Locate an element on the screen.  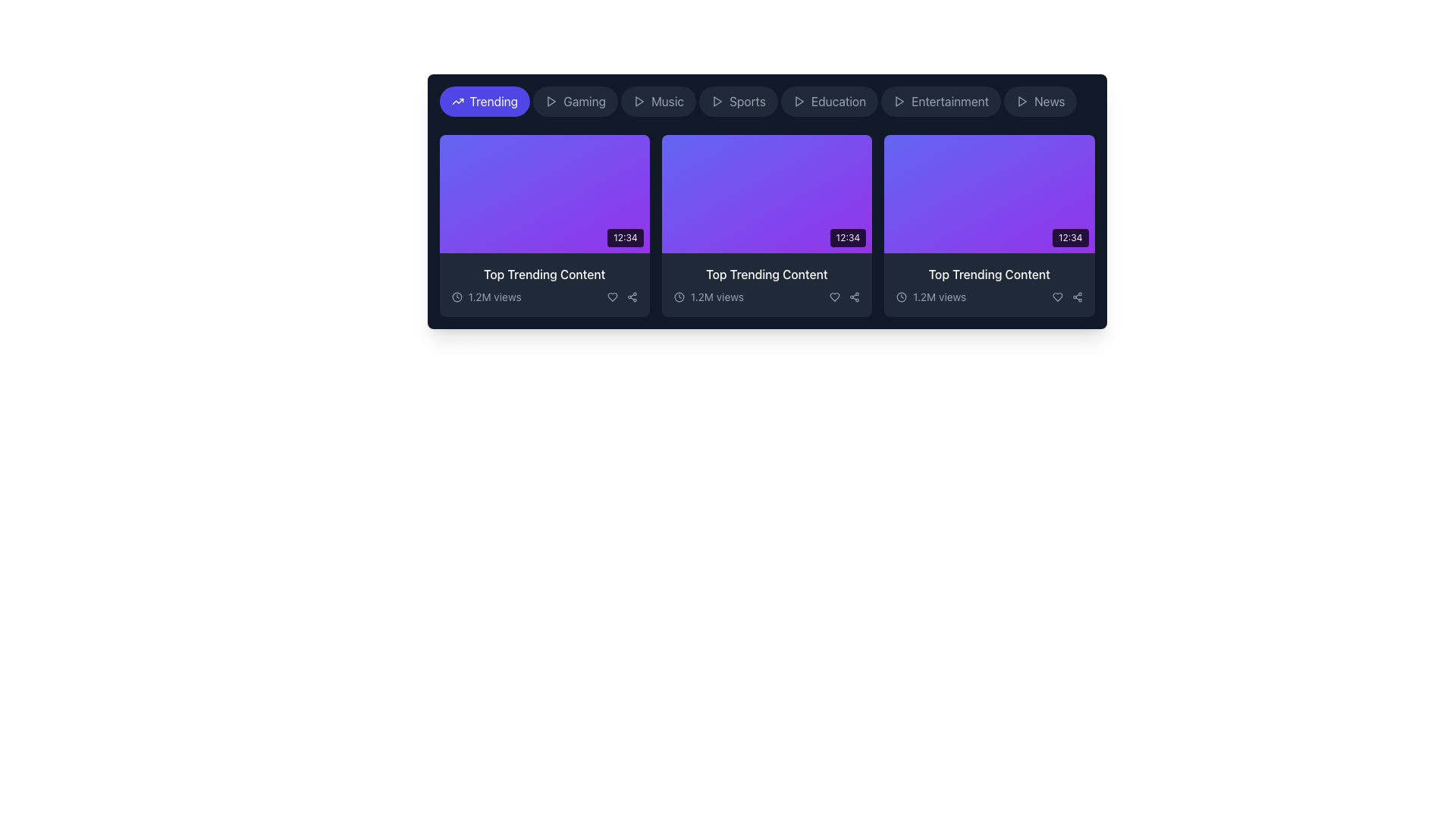
the icon indicating a playable media category located in the category bar at the top of the interface is located at coordinates (899, 102).